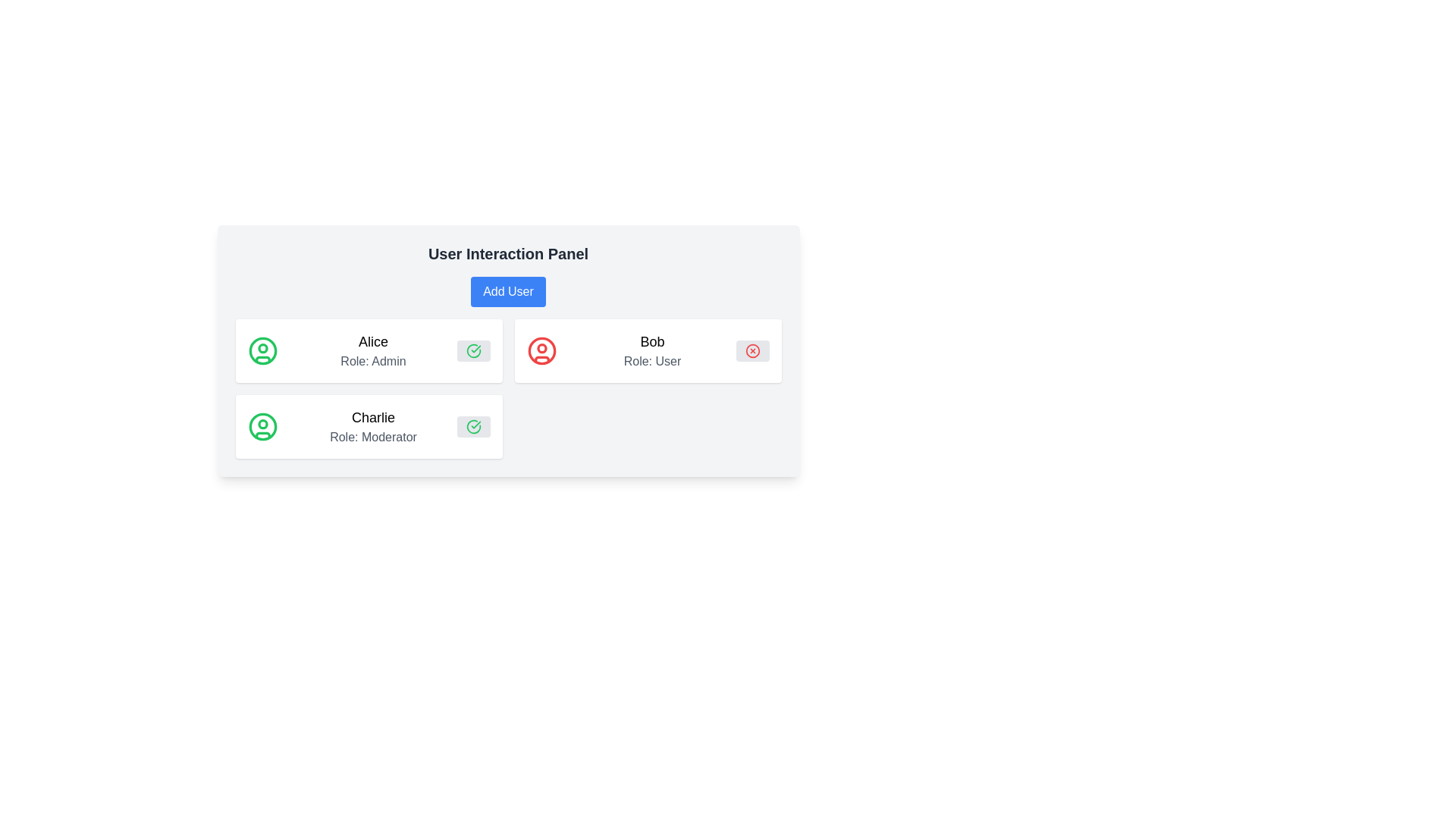  What do you see at coordinates (262, 435) in the screenshot?
I see `the decorative visual element representing the neckline of Charlie's user icon, located at the bottom of the user circle icon in the second row of user entries in the interface panel` at bounding box center [262, 435].